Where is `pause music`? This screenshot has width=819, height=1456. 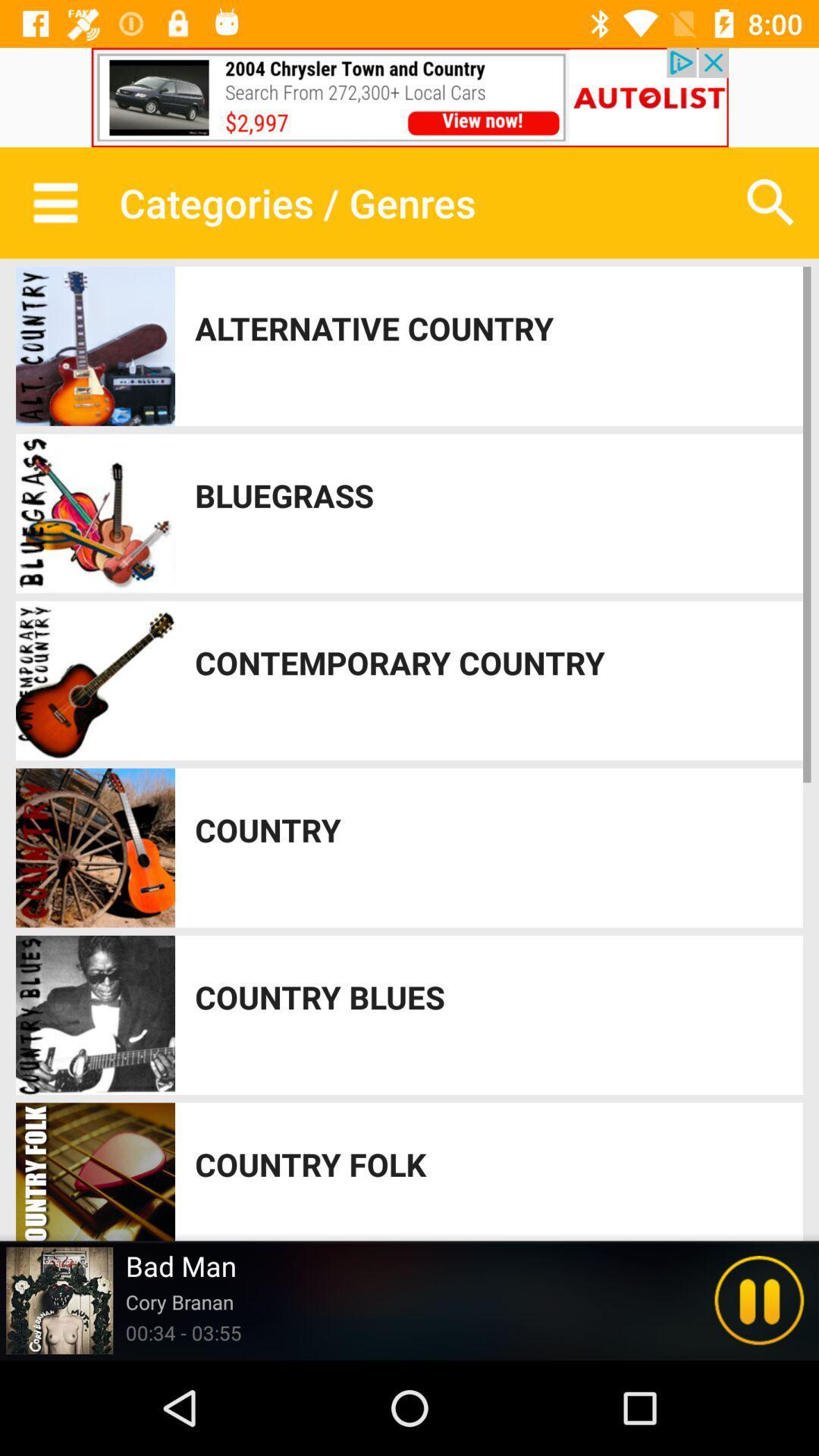 pause music is located at coordinates (759, 1300).